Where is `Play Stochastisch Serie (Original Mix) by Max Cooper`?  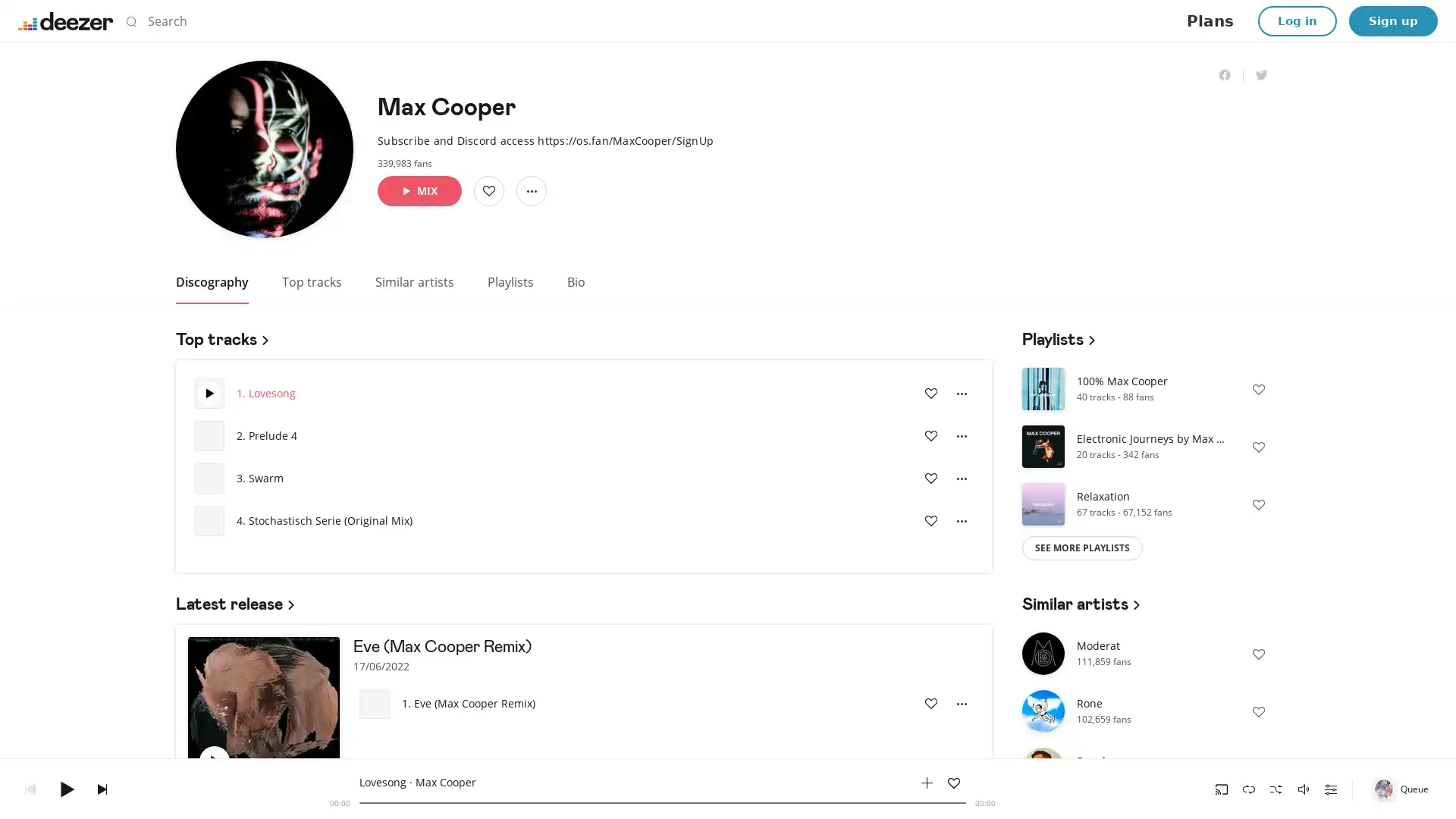 Play Stochastisch Serie (Original Mix) by Max Cooper is located at coordinates (208, 519).